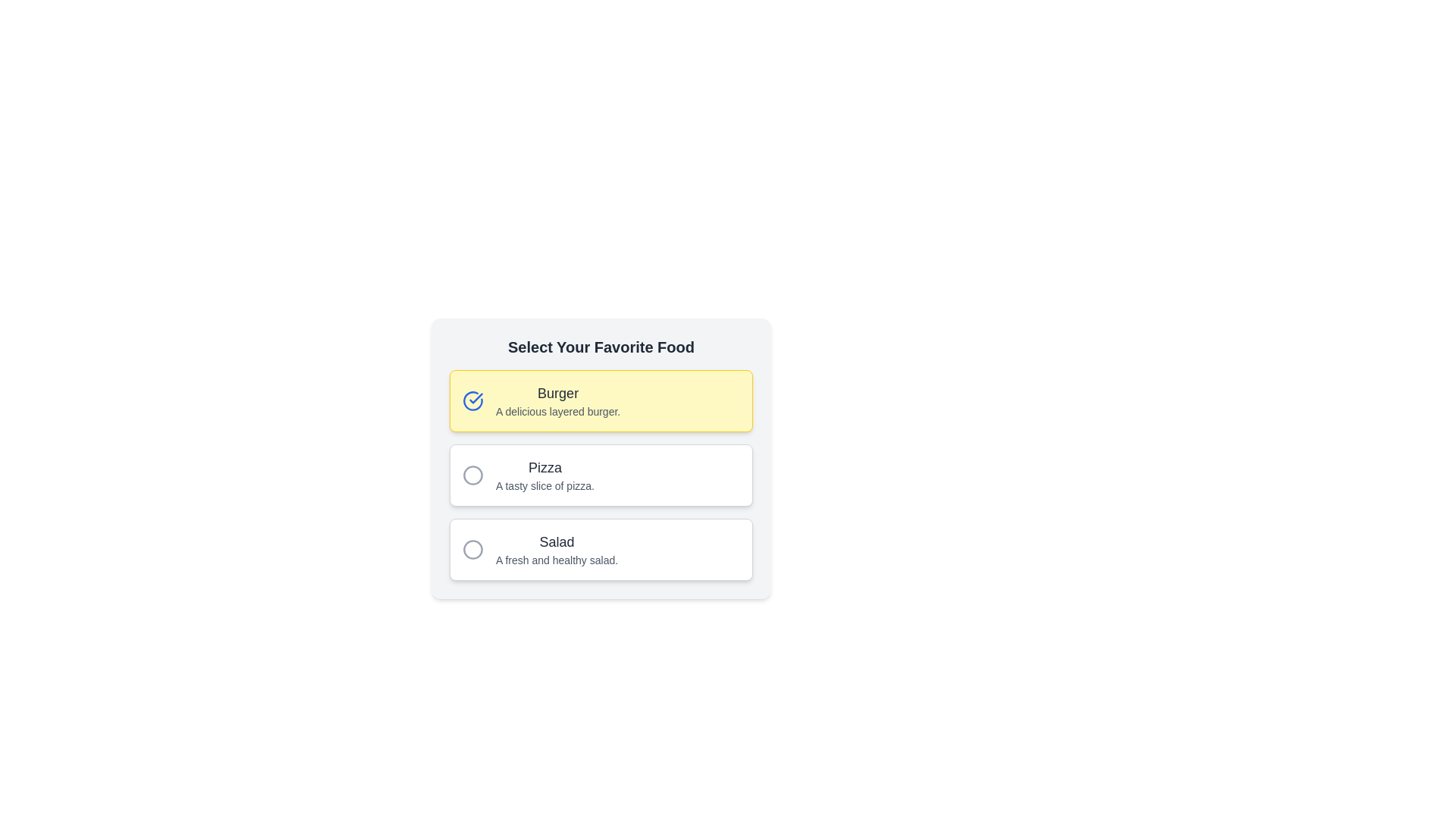  What do you see at coordinates (557, 412) in the screenshot?
I see `description provided by the Text Label located below the 'Burger' label, which offers contextual information for user selection` at bounding box center [557, 412].